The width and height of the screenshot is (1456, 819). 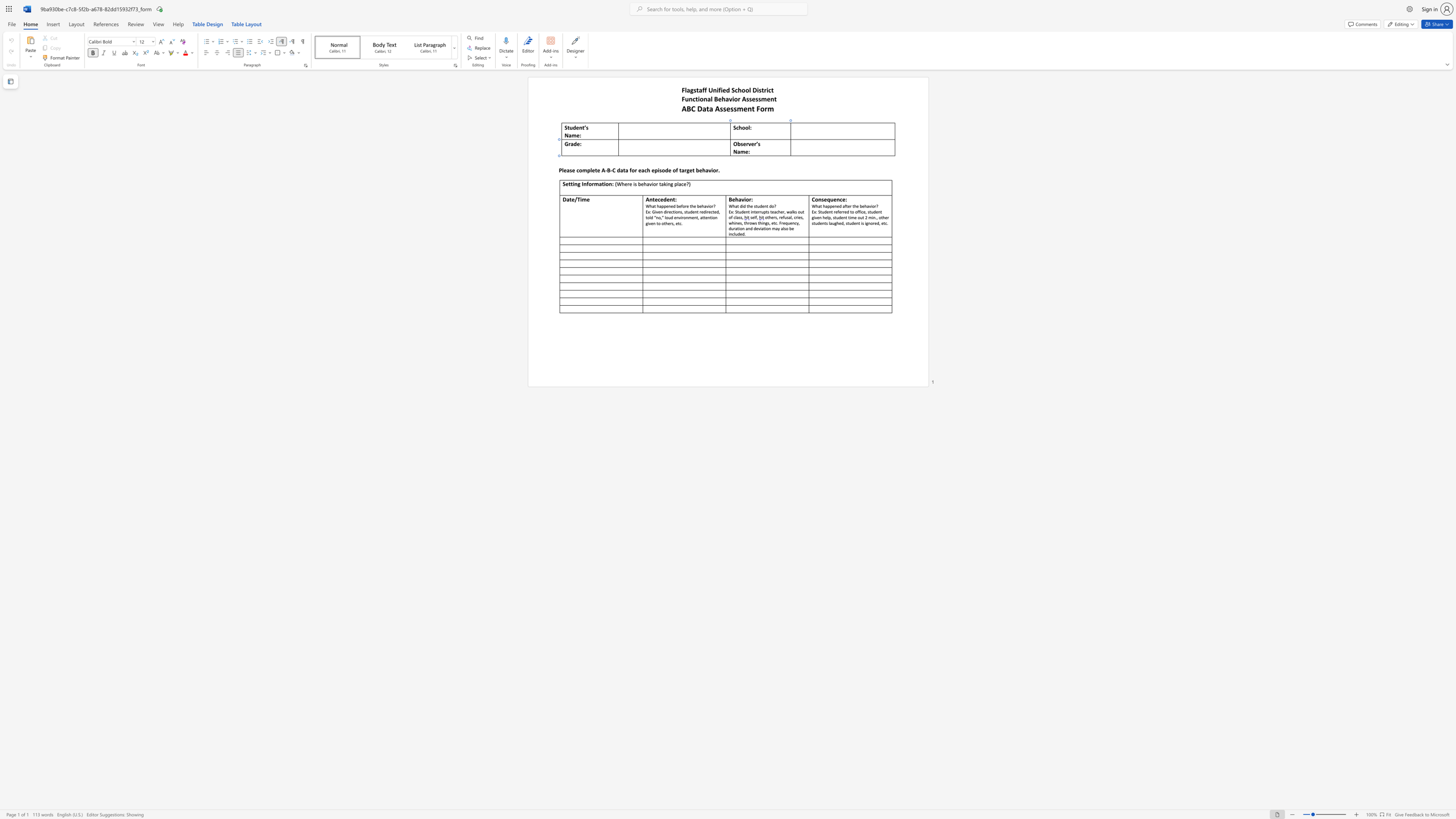 What do you see at coordinates (709, 170) in the screenshot?
I see `the 1th character "v" in the text` at bounding box center [709, 170].